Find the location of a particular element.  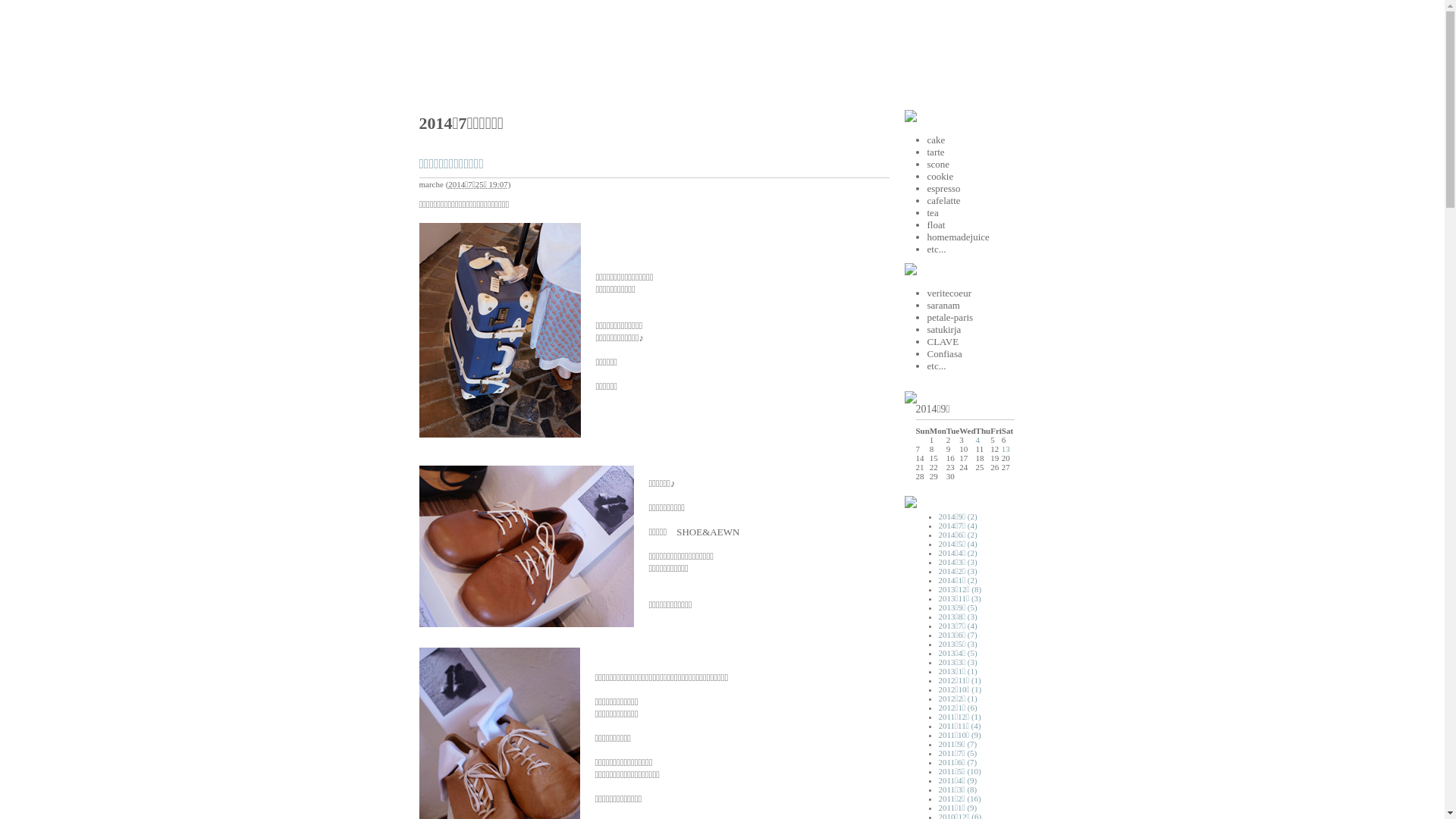

'13' is located at coordinates (1006, 447).